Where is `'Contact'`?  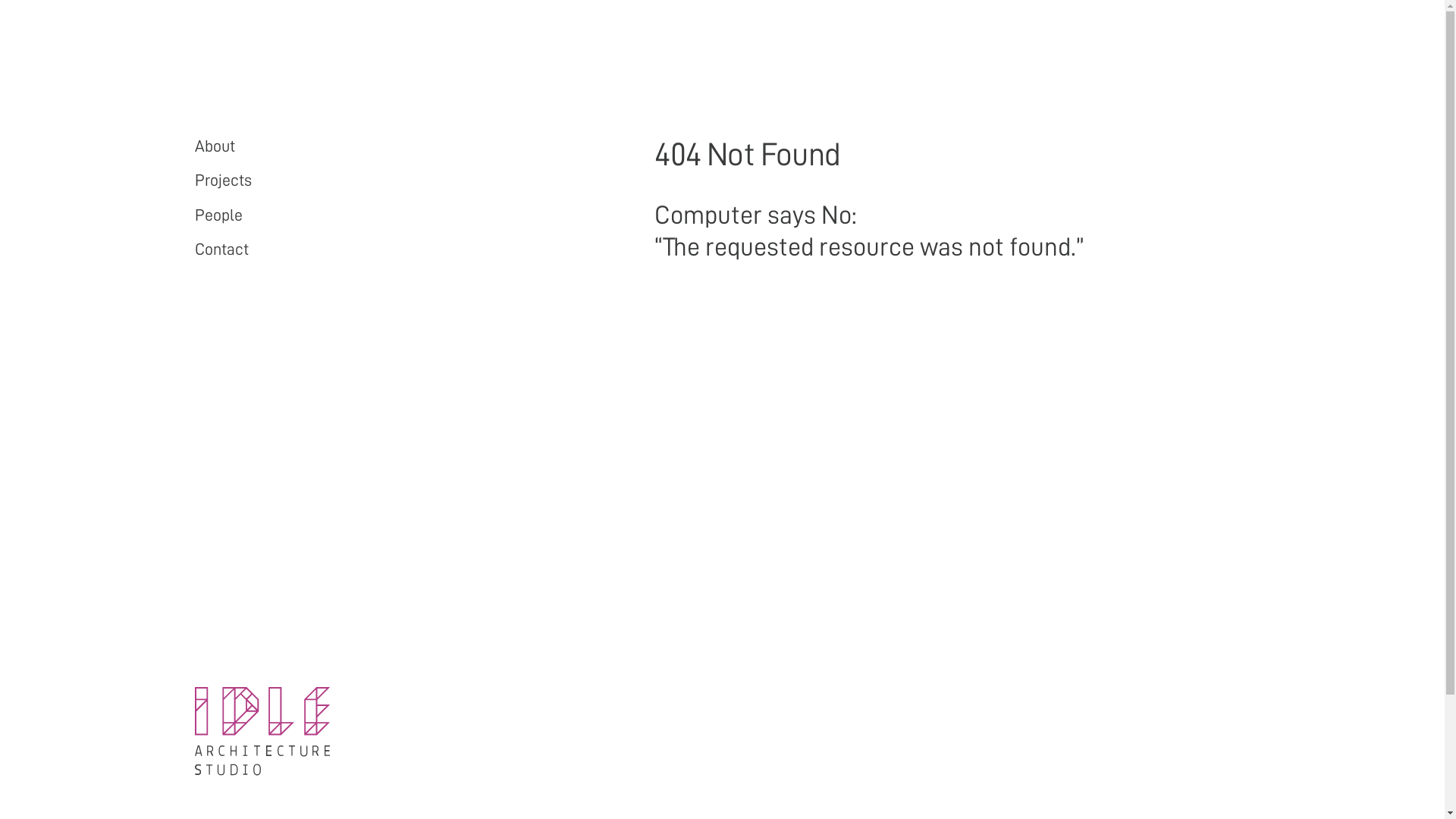
'Contact' is located at coordinates (220, 248).